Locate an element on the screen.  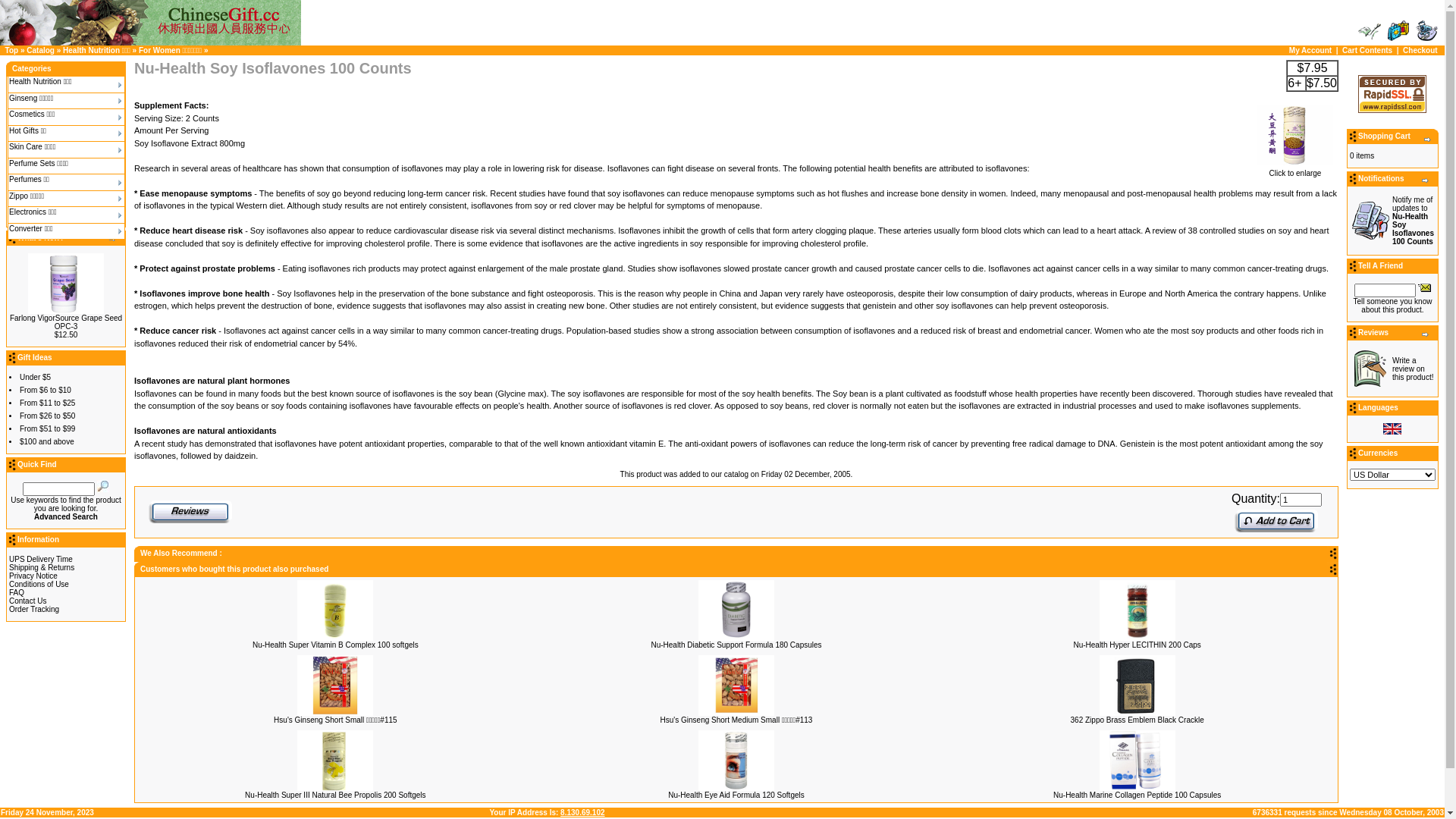
'$100 and above' is located at coordinates (47, 441).